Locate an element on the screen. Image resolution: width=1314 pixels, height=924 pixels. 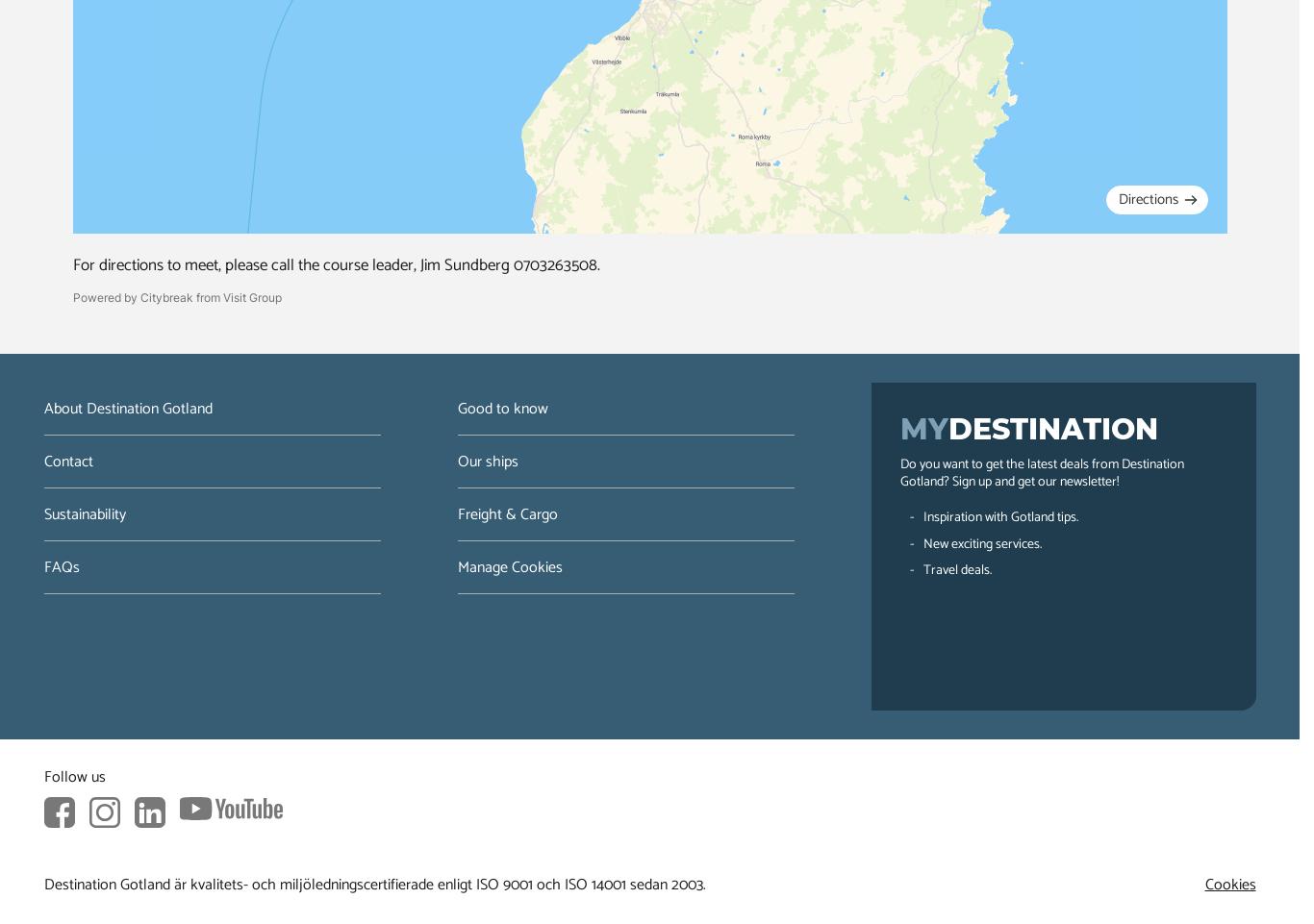
'Contact' is located at coordinates (67, 460).